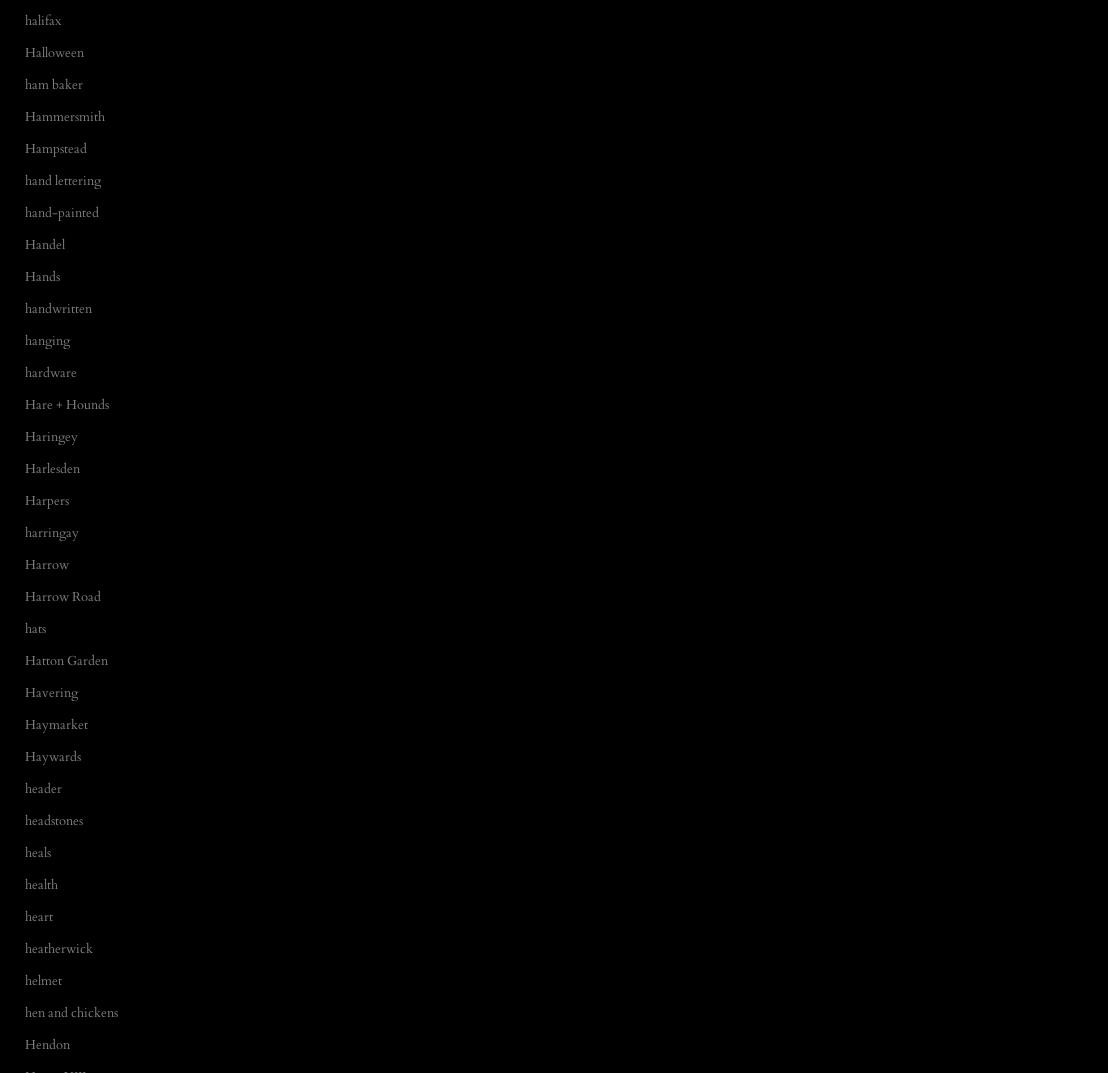  Describe the element at coordinates (25, 115) in the screenshot. I see `'Hammersmith'` at that location.